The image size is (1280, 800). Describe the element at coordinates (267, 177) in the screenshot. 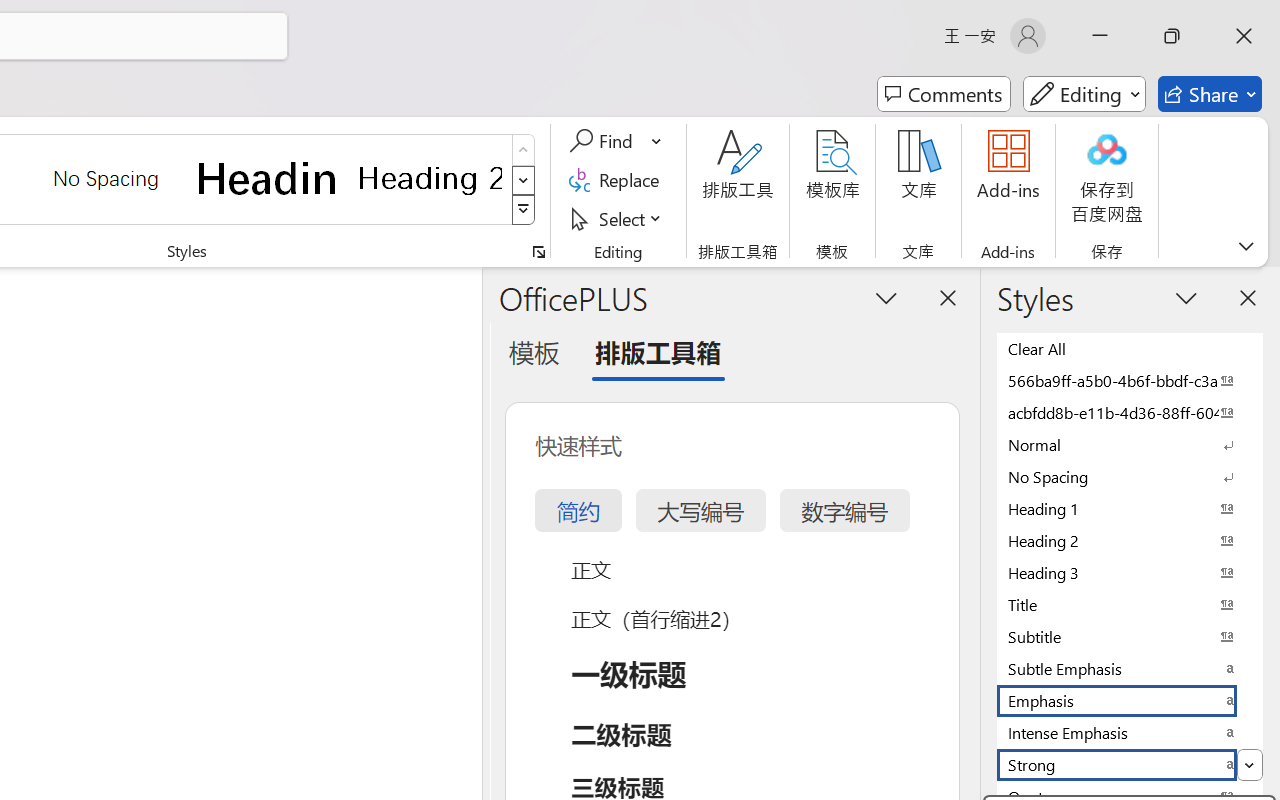

I see `'Heading 1'` at that location.